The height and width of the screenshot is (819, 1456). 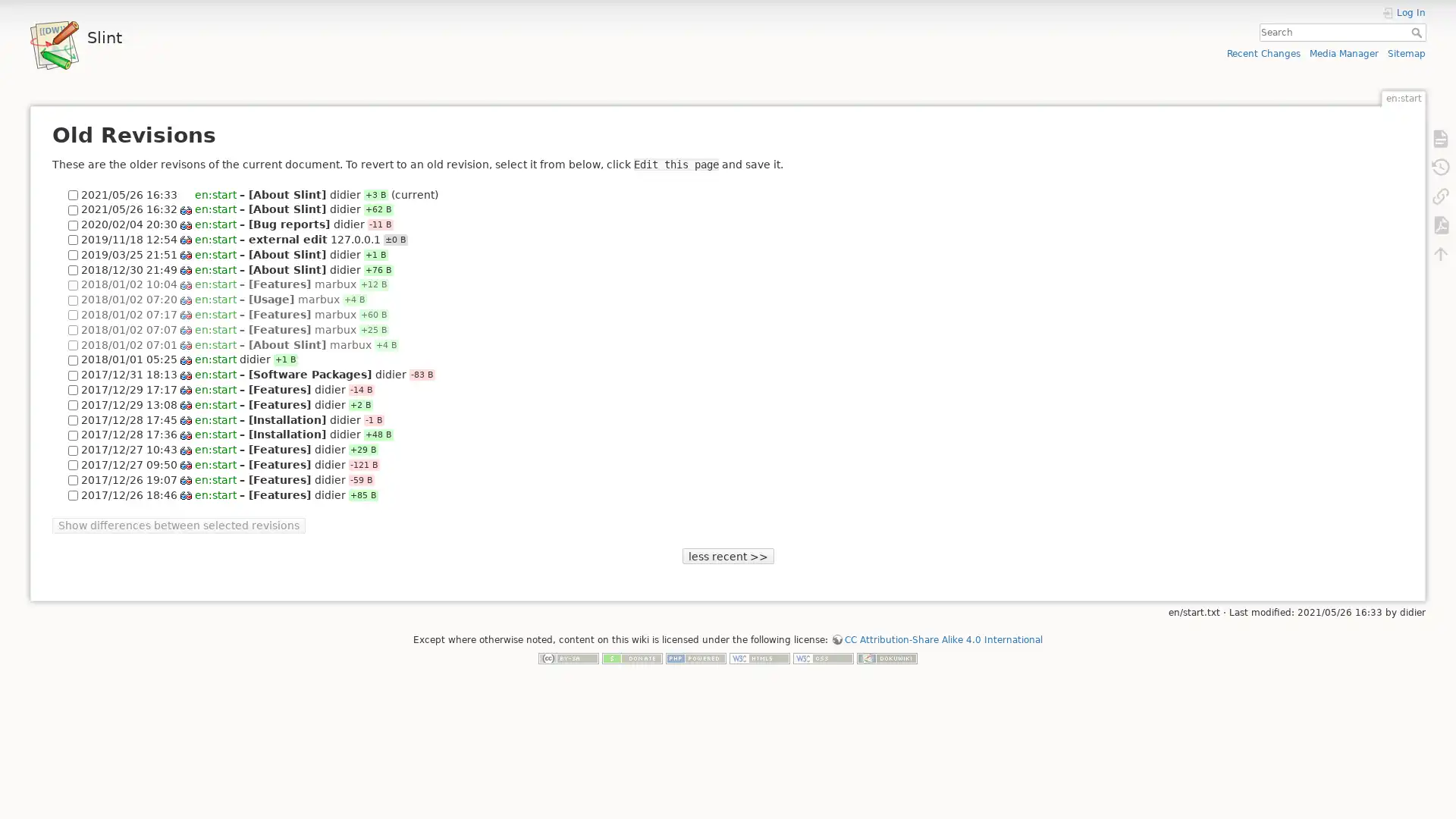 What do you see at coordinates (726, 556) in the screenshot?
I see `less recent >>` at bounding box center [726, 556].